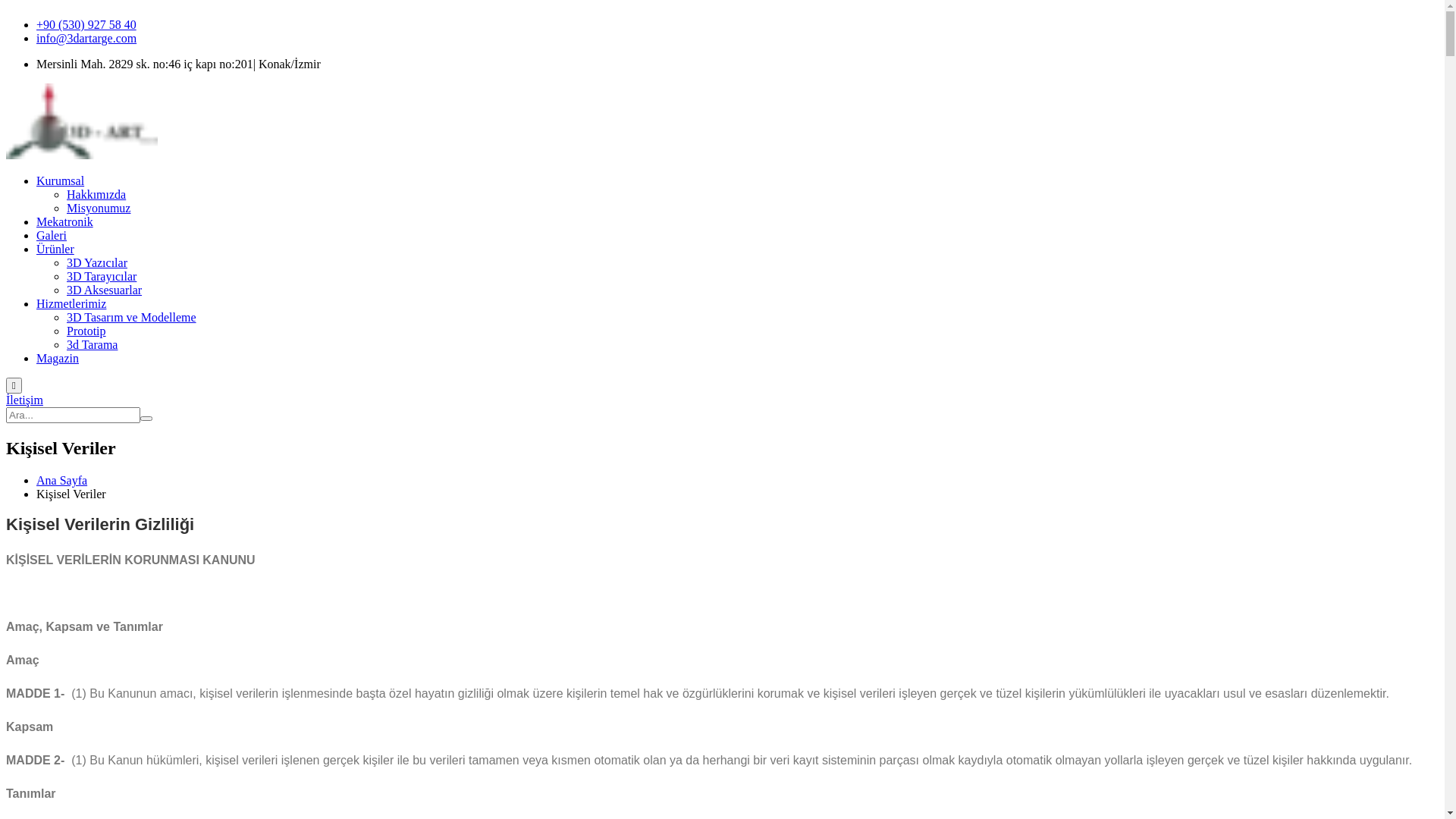  What do you see at coordinates (97, 208) in the screenshot?
I see `'Misyonumuz'` at bounding box center [97, 208].